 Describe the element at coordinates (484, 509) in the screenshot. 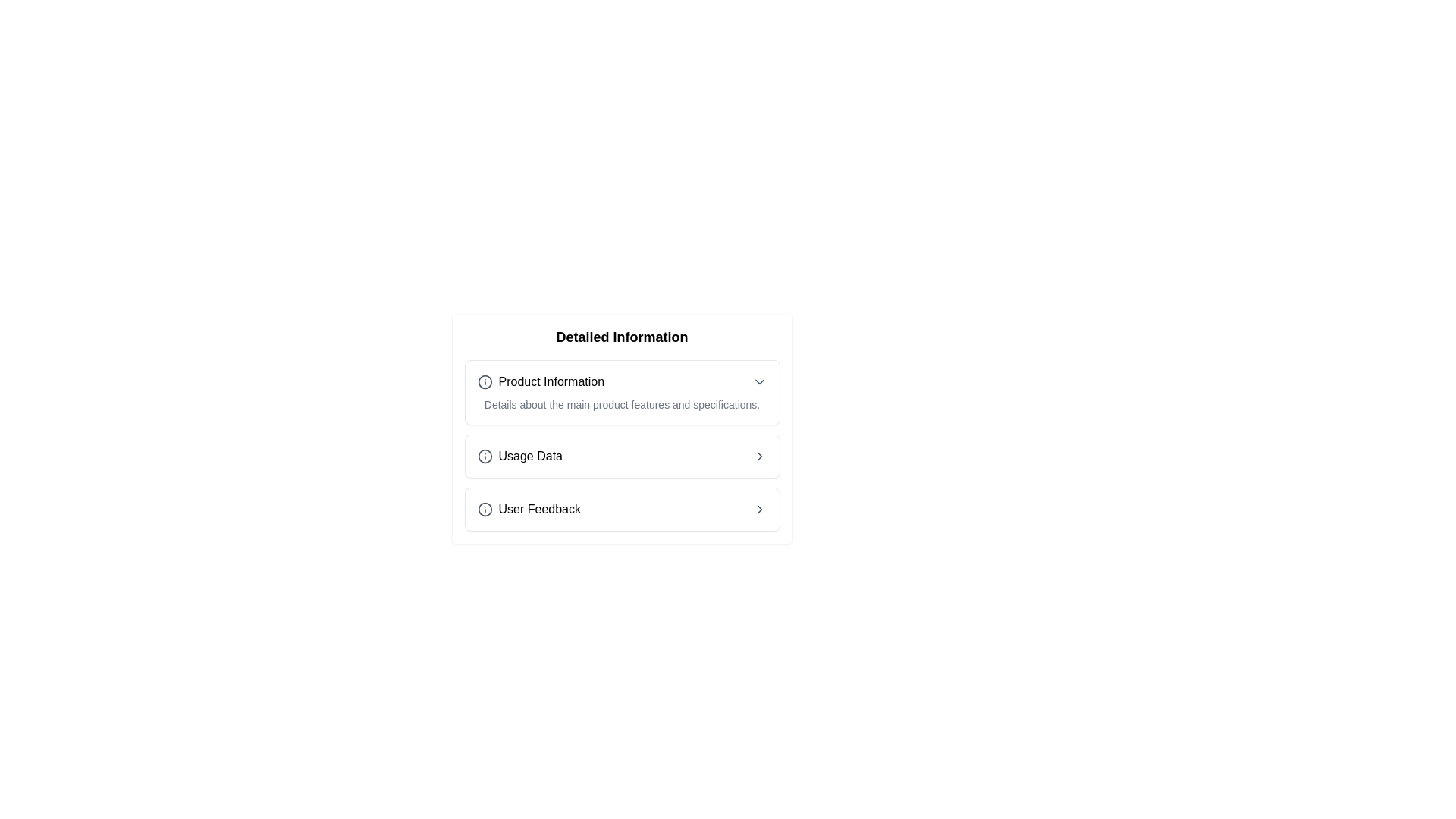

I see `the outermost SVG circle element located to the left of the 'Product Information' text in the vertically arranged list of items` at that location.